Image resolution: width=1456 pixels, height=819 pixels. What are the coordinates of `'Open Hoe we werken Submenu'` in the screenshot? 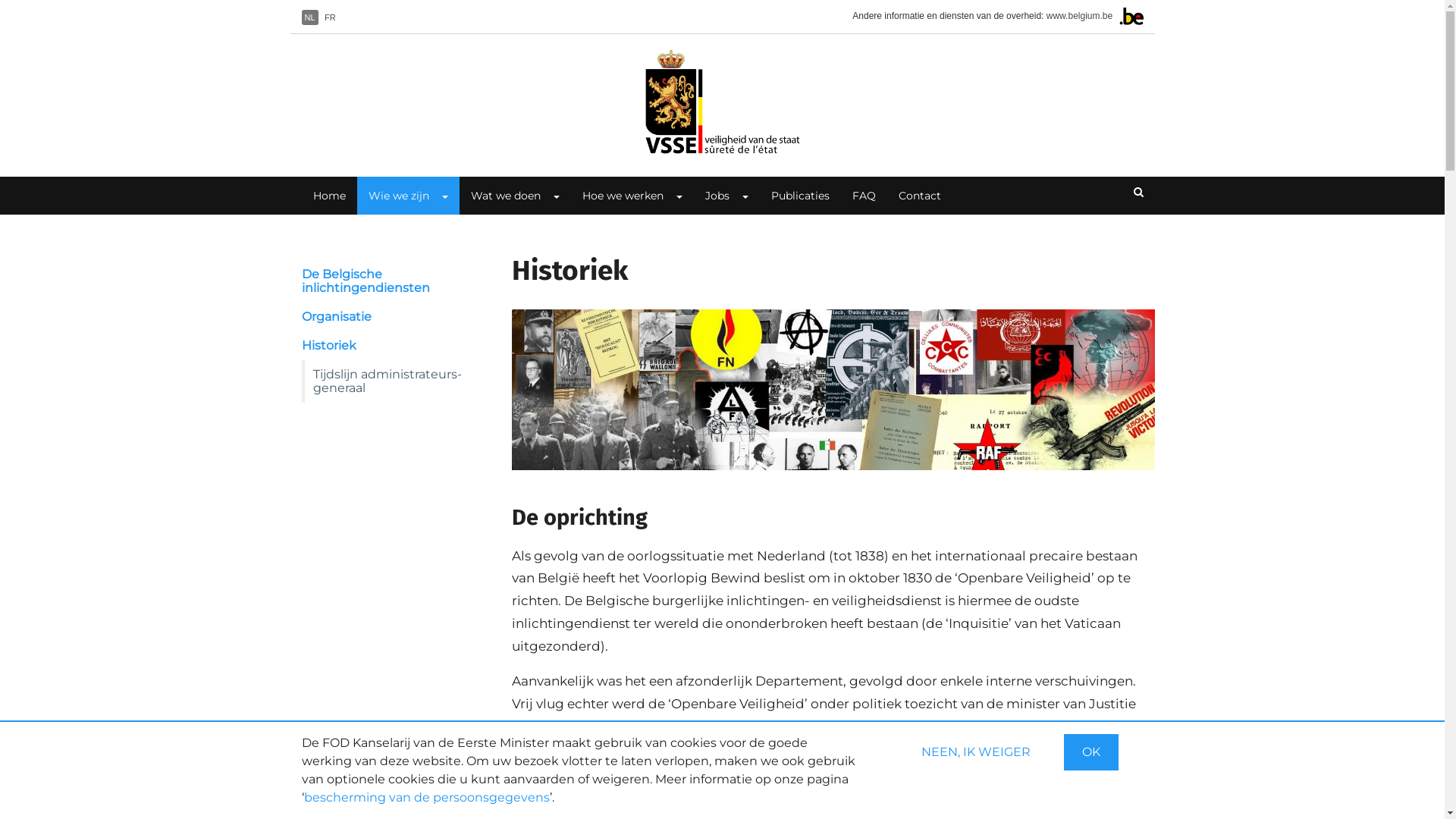 It's located at (676, 195).